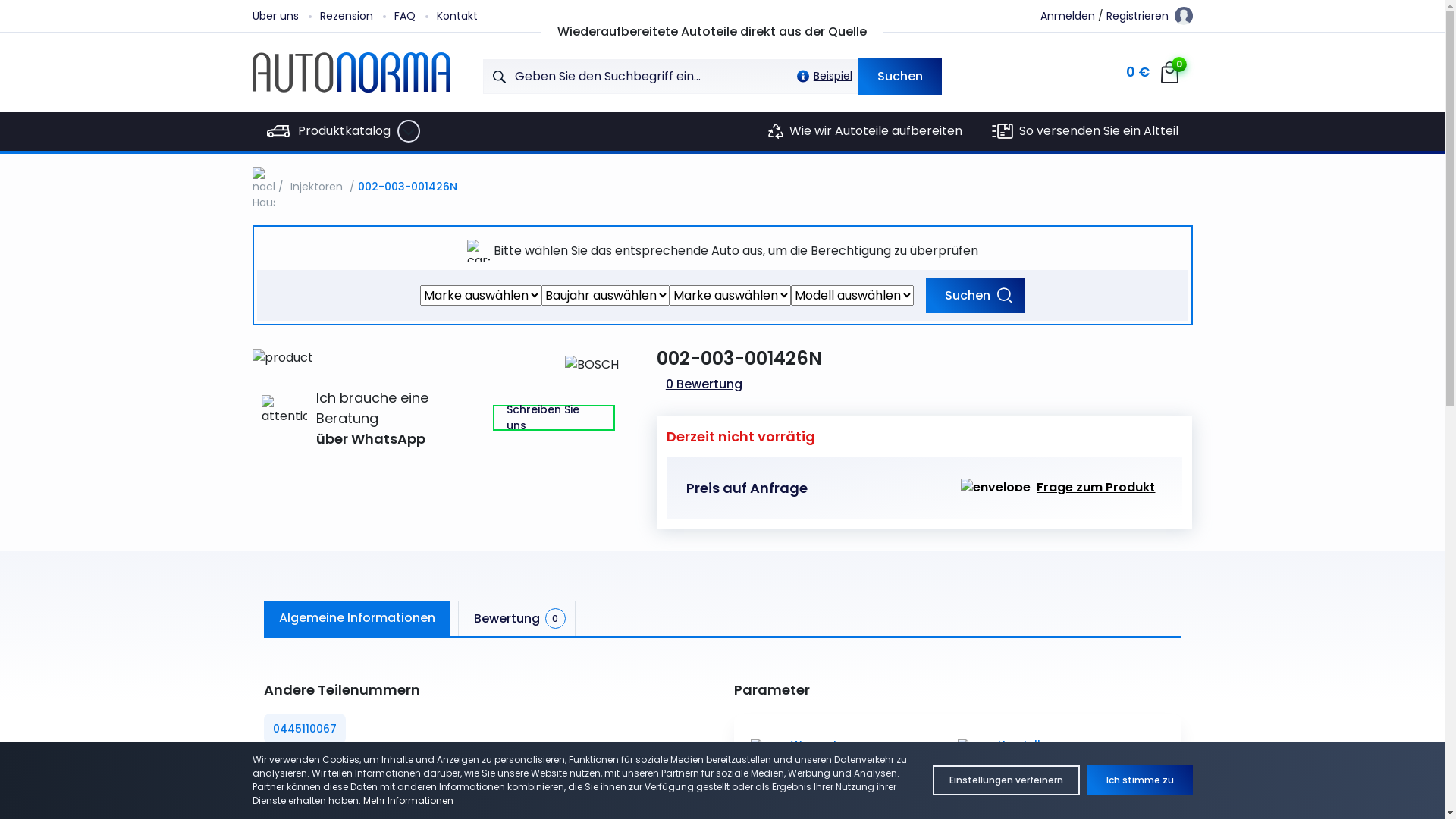 The image size is (1456, 819). What do you see at coordinates (820, 76) in the screenshot?
I see `'Beispiel'` at bounding box center [820, 76].